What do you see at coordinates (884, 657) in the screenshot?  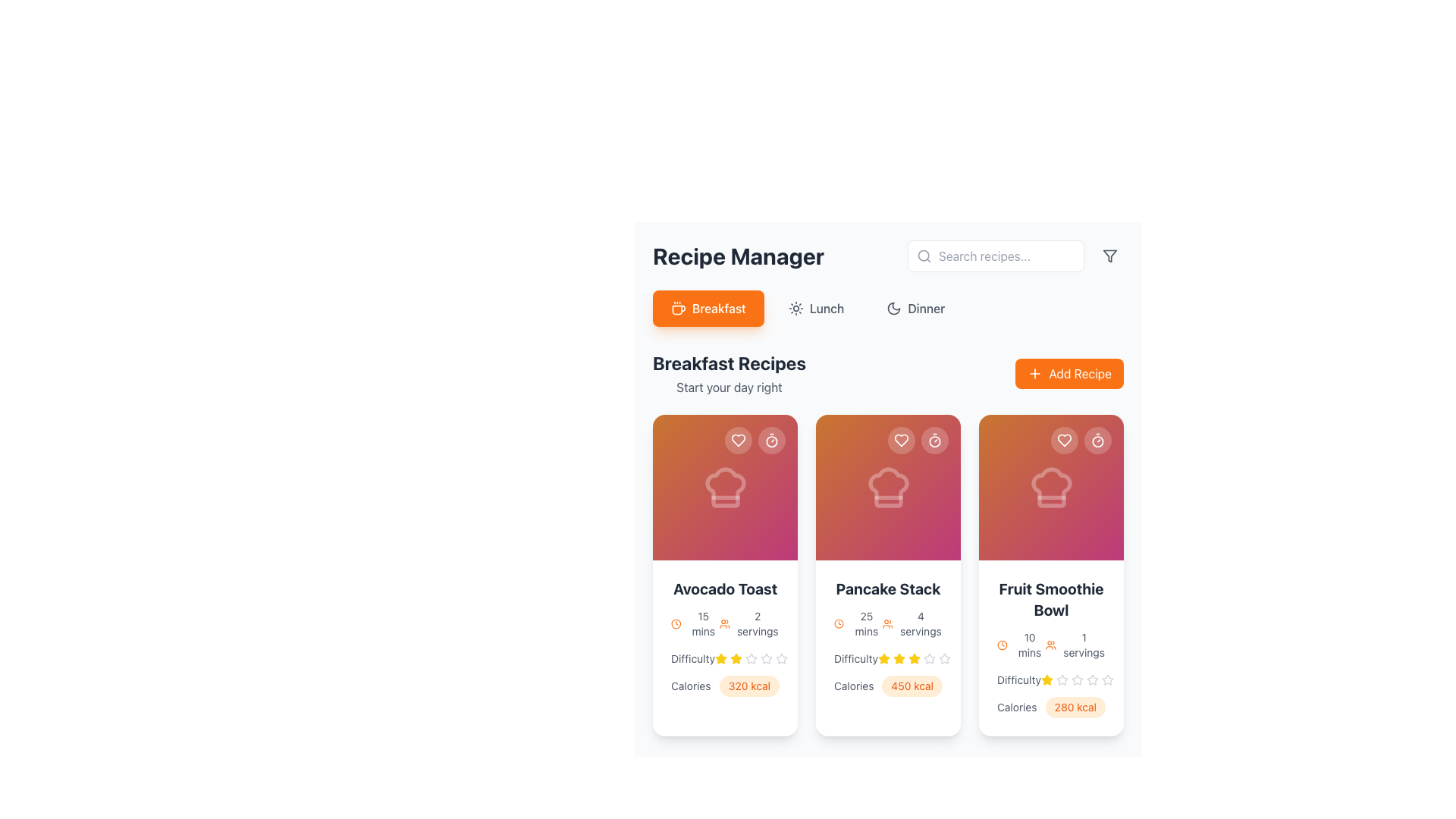 I see `the second yellow star-shaped icon in the ratings section under the 'Pancake Stack' card` at bounding box center [884, 657].